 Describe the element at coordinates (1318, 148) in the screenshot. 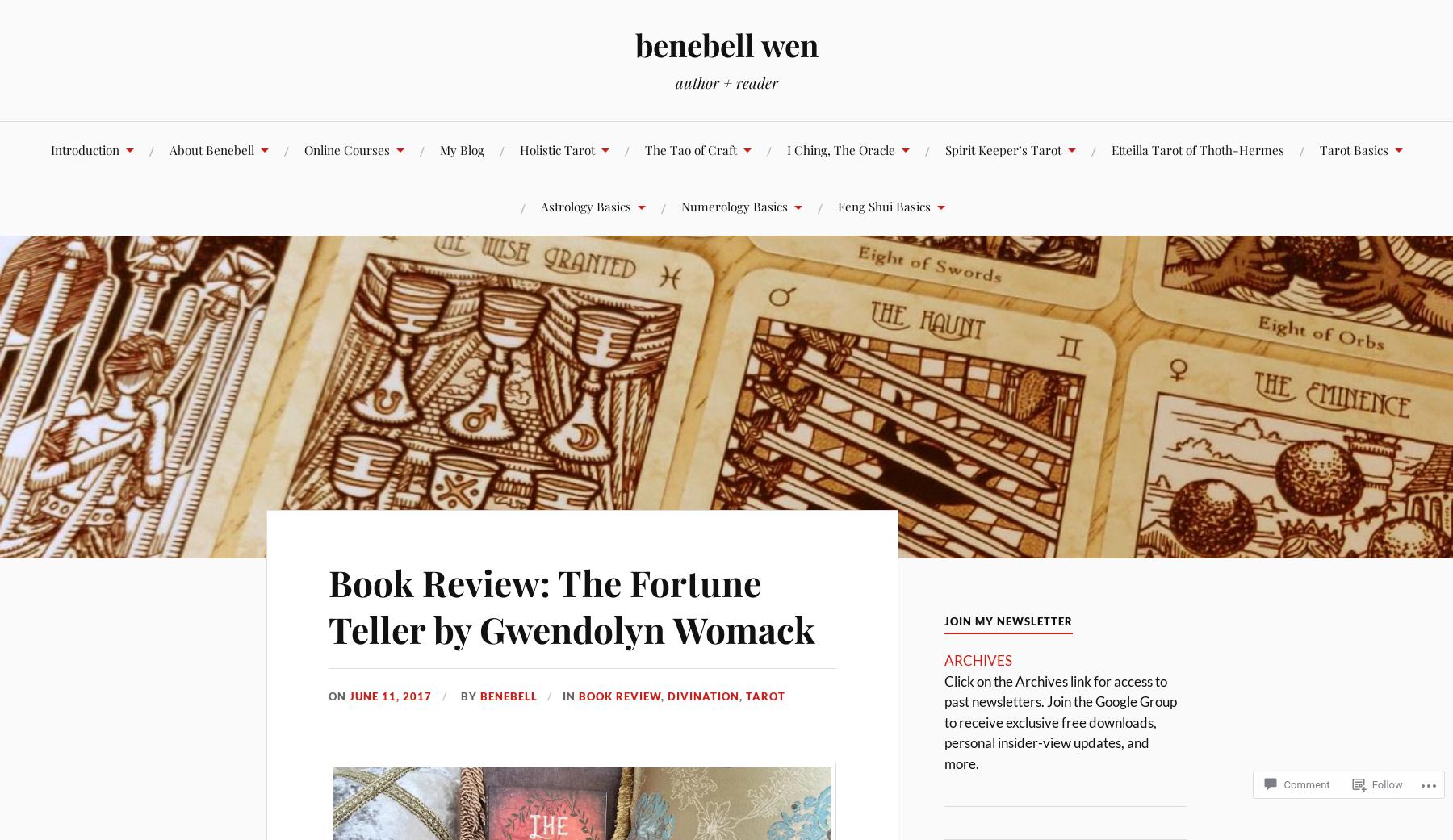

I see `'Tarot Basics'` at that location.